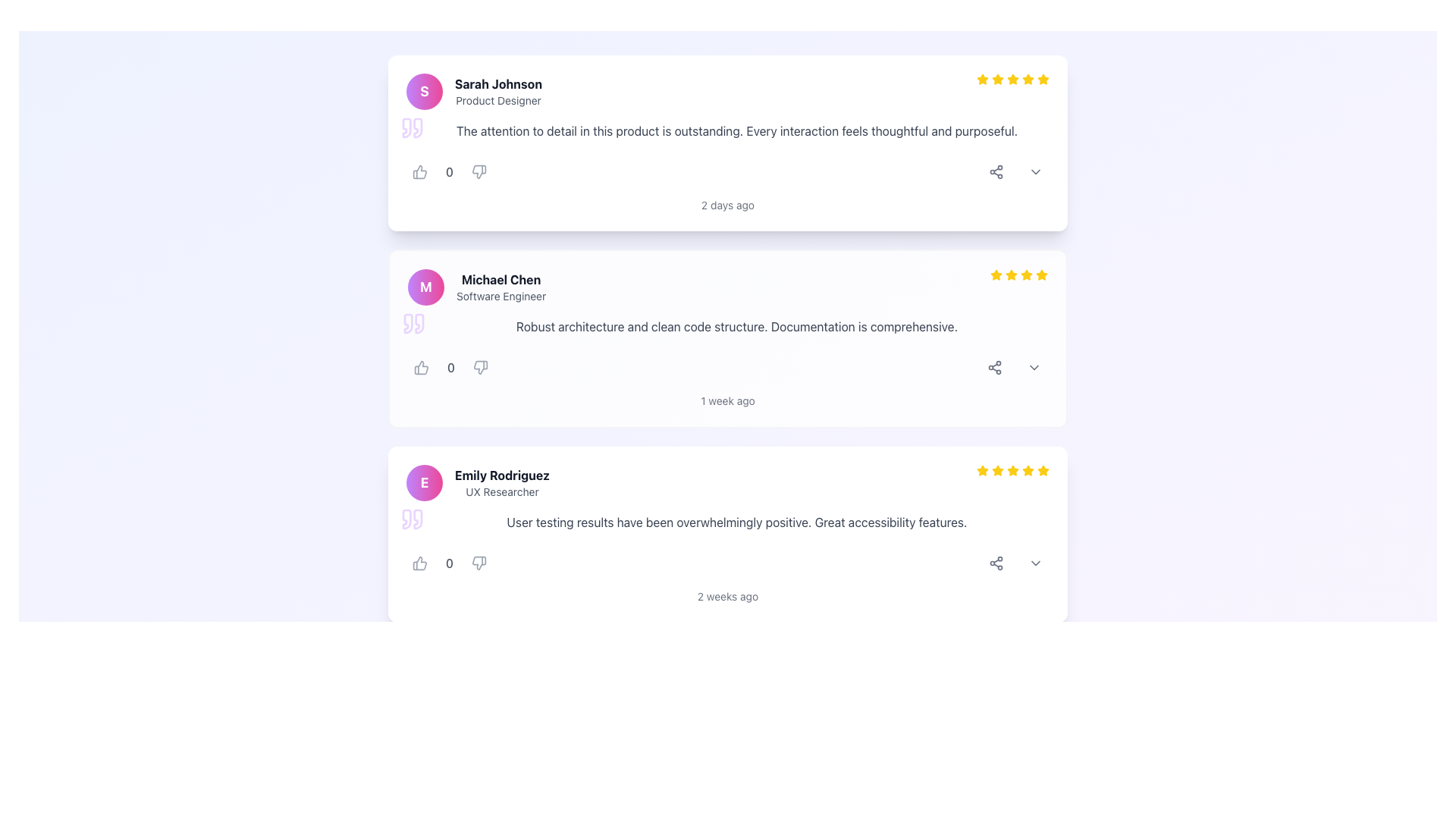 This screenshot has width=1456, height=819. Describe the element at coordinates (728, 400) in the screenshot. I see `the text label that reads '1 week ago', which is styled with small light gray text and located beneath a user comment` at that location.